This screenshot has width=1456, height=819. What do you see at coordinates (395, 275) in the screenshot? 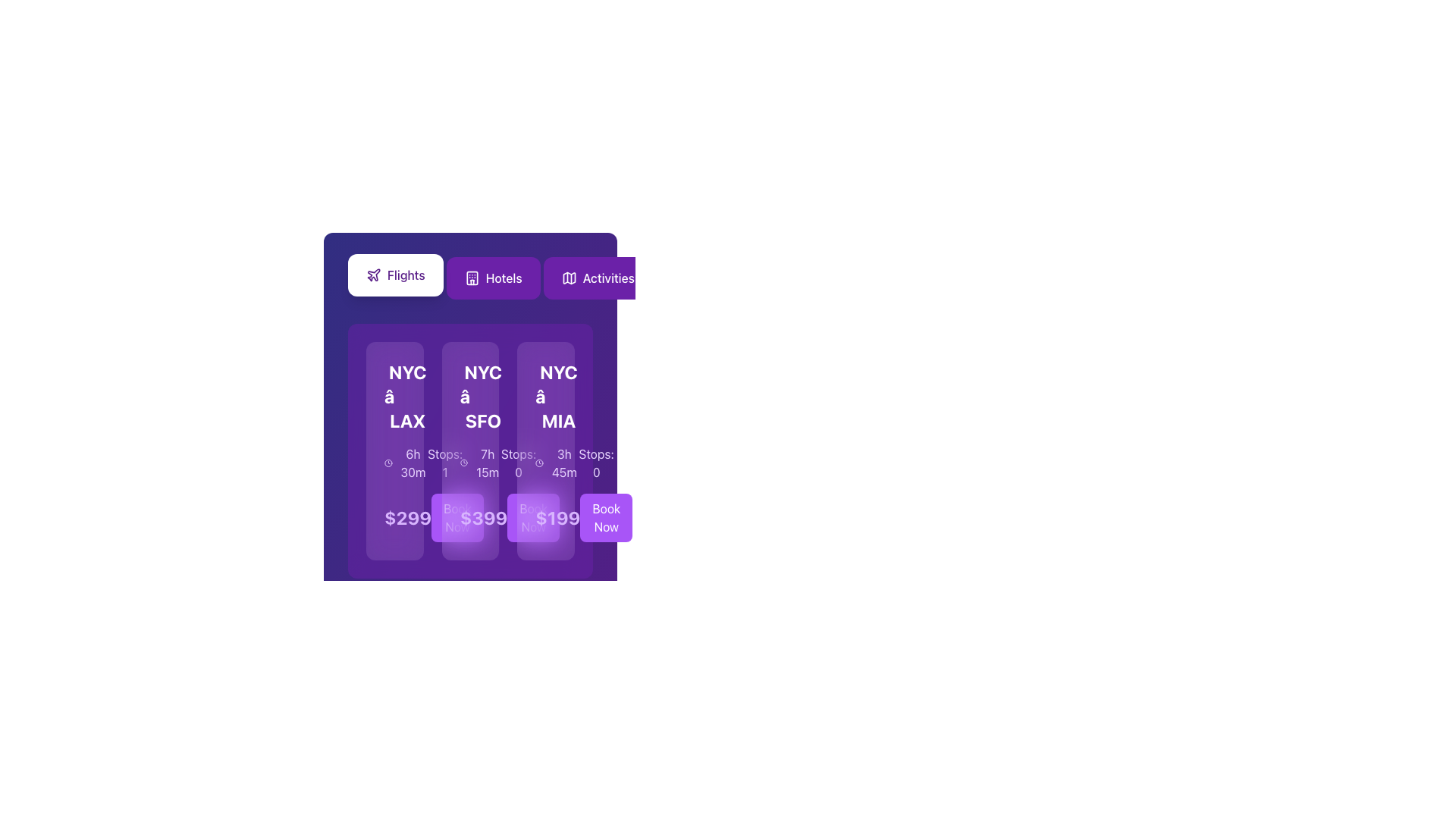
I see `the button labeled 'Flights' located at the top left of the button group` at bounding box center [395, 275].